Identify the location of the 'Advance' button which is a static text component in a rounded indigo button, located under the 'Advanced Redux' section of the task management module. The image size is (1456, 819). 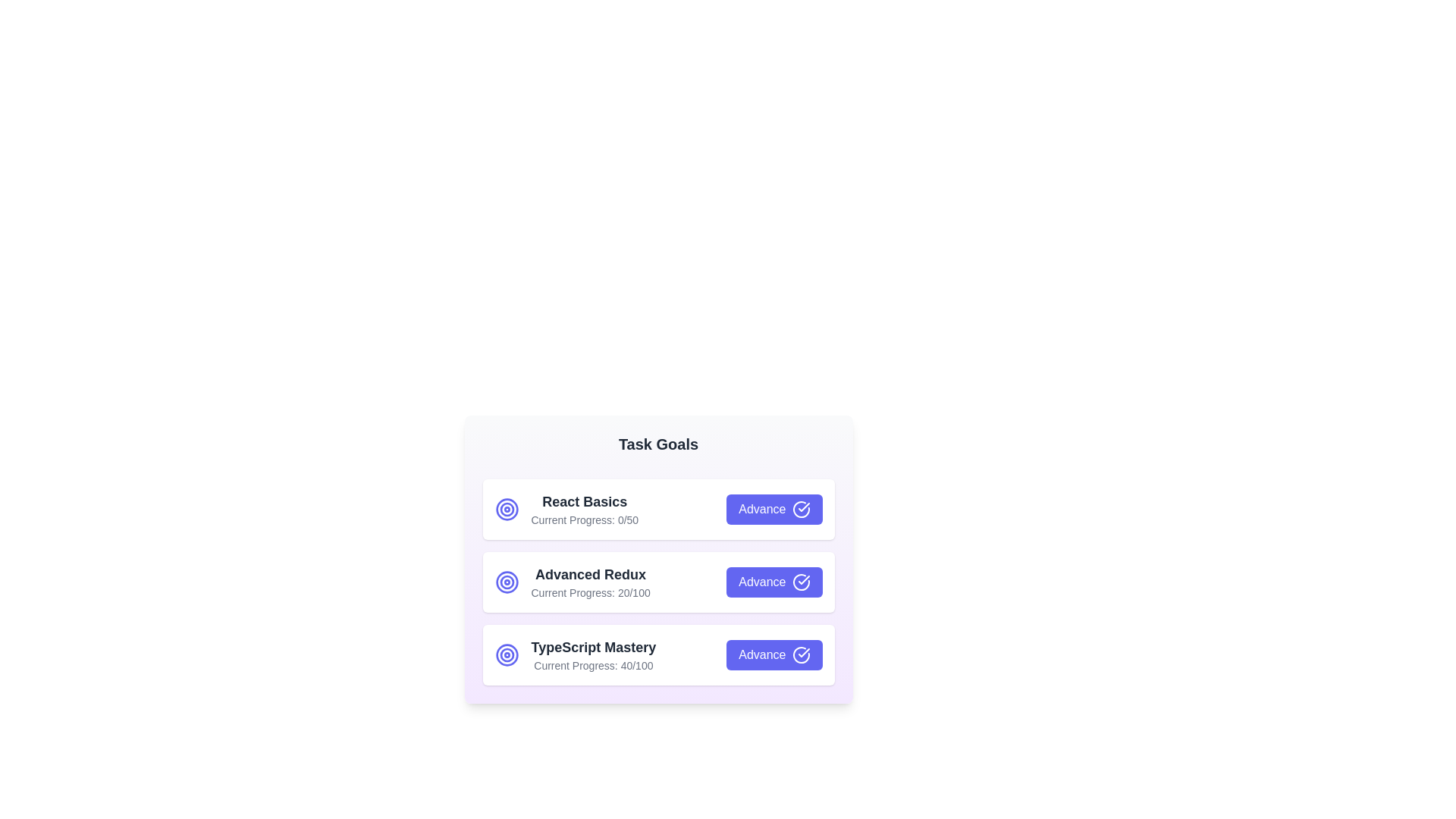
(762, 581).